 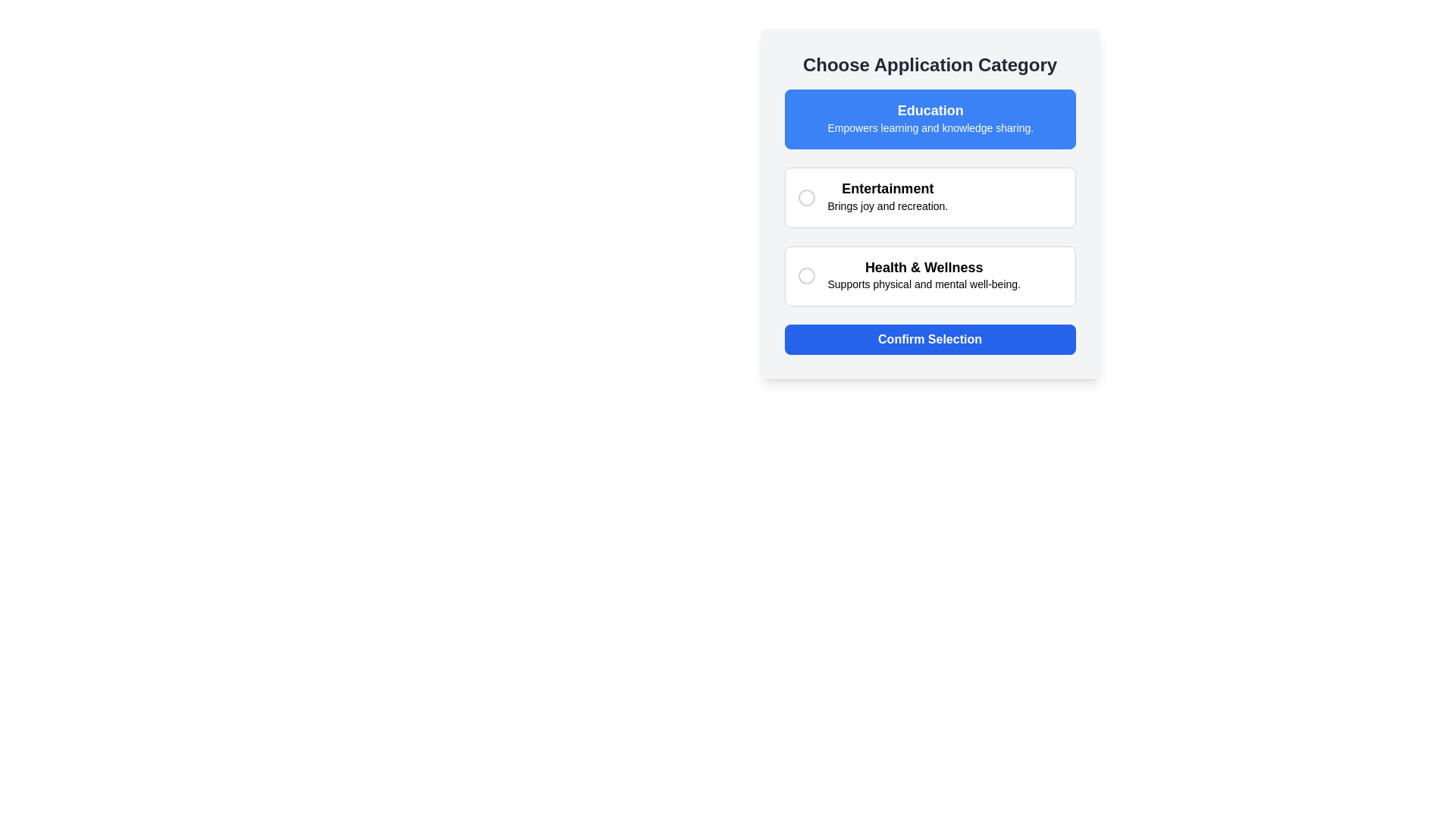 What do you see at coordinates (887, 206) in the screenshot?
I see `the explanatory text label located beneath the 'Entertainment' title within the bordered card layout` at bounding box center [887, 206].